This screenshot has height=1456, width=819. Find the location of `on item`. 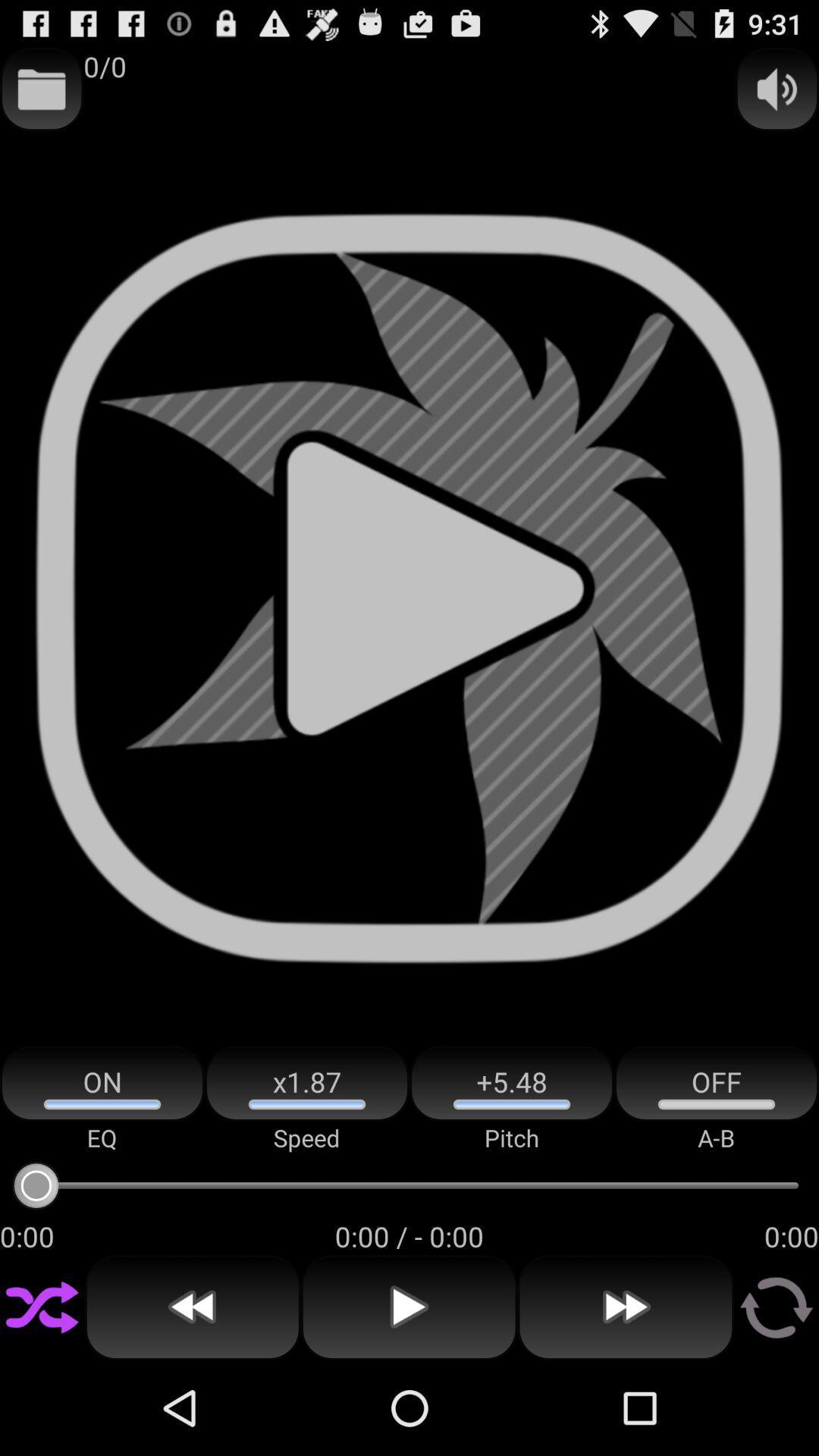

on item is located at coordinates (102, 1083).